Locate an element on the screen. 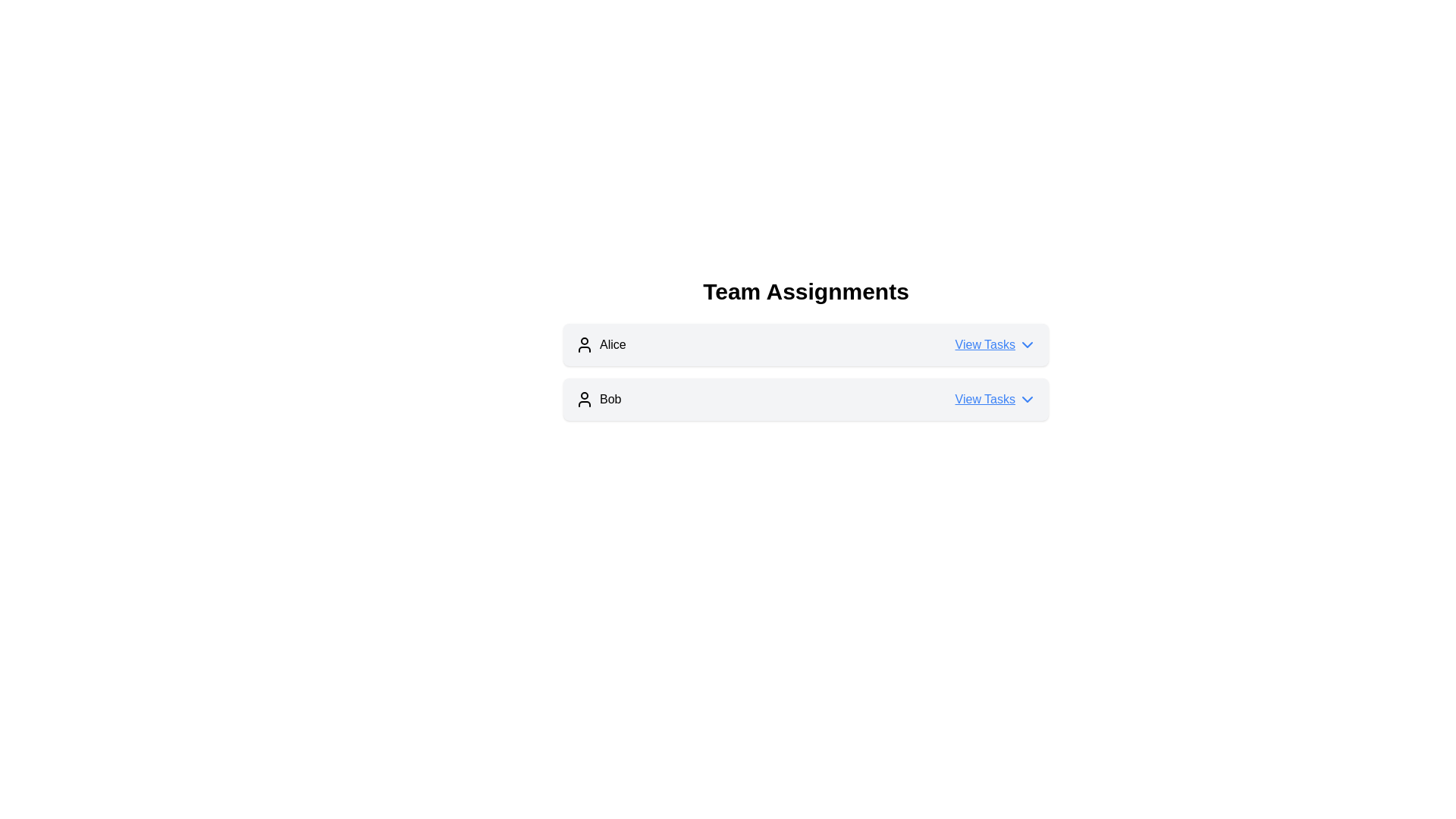  text content of the Text Label that identifies the user 'Alice' in the 'Team Assignments' section is located at coordinates (600, 345).